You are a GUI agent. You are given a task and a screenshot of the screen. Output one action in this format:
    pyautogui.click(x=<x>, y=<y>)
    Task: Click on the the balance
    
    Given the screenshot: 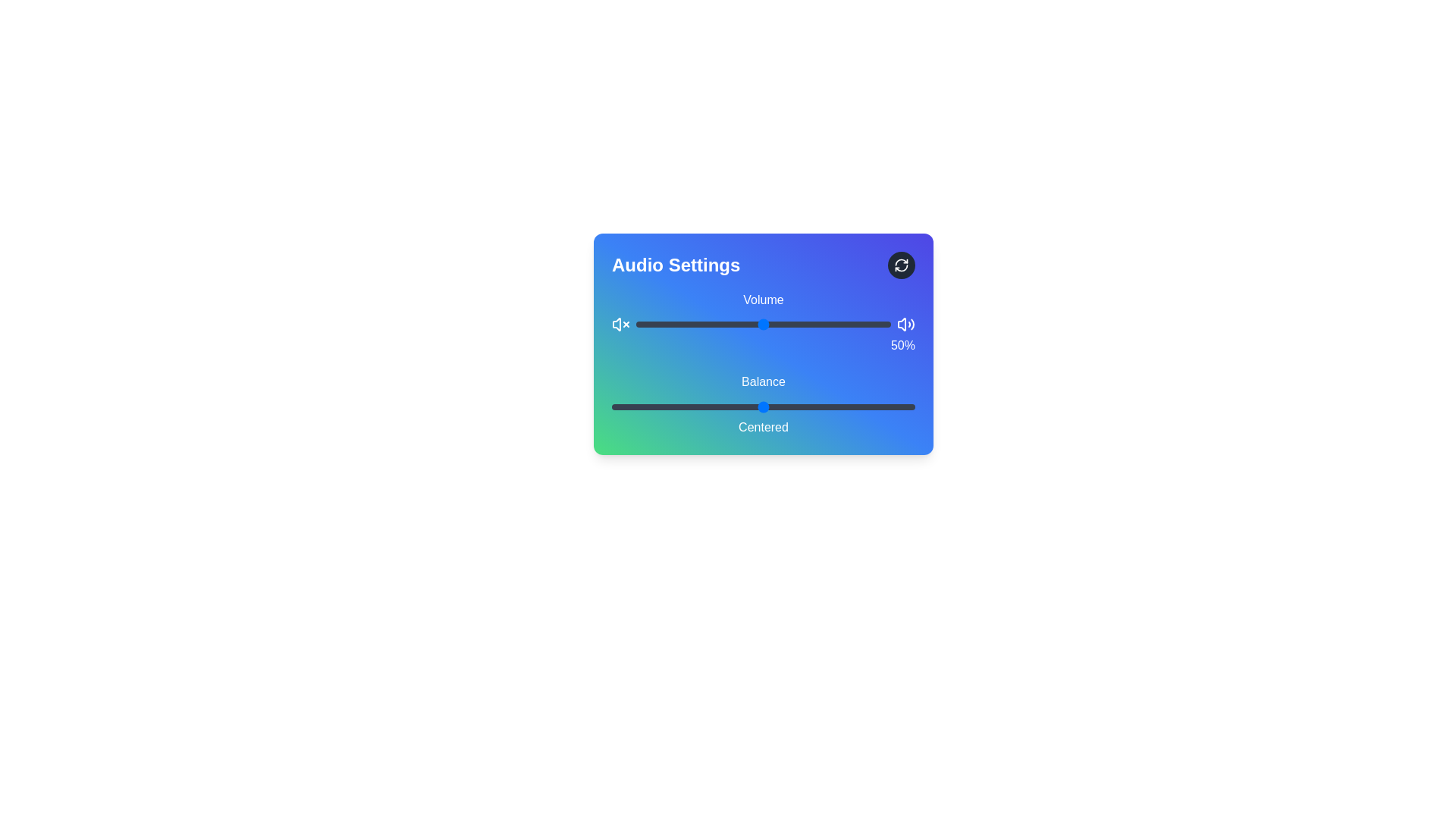 What is the action you would take?
    pyautogui.click(x=829, y=406)
    